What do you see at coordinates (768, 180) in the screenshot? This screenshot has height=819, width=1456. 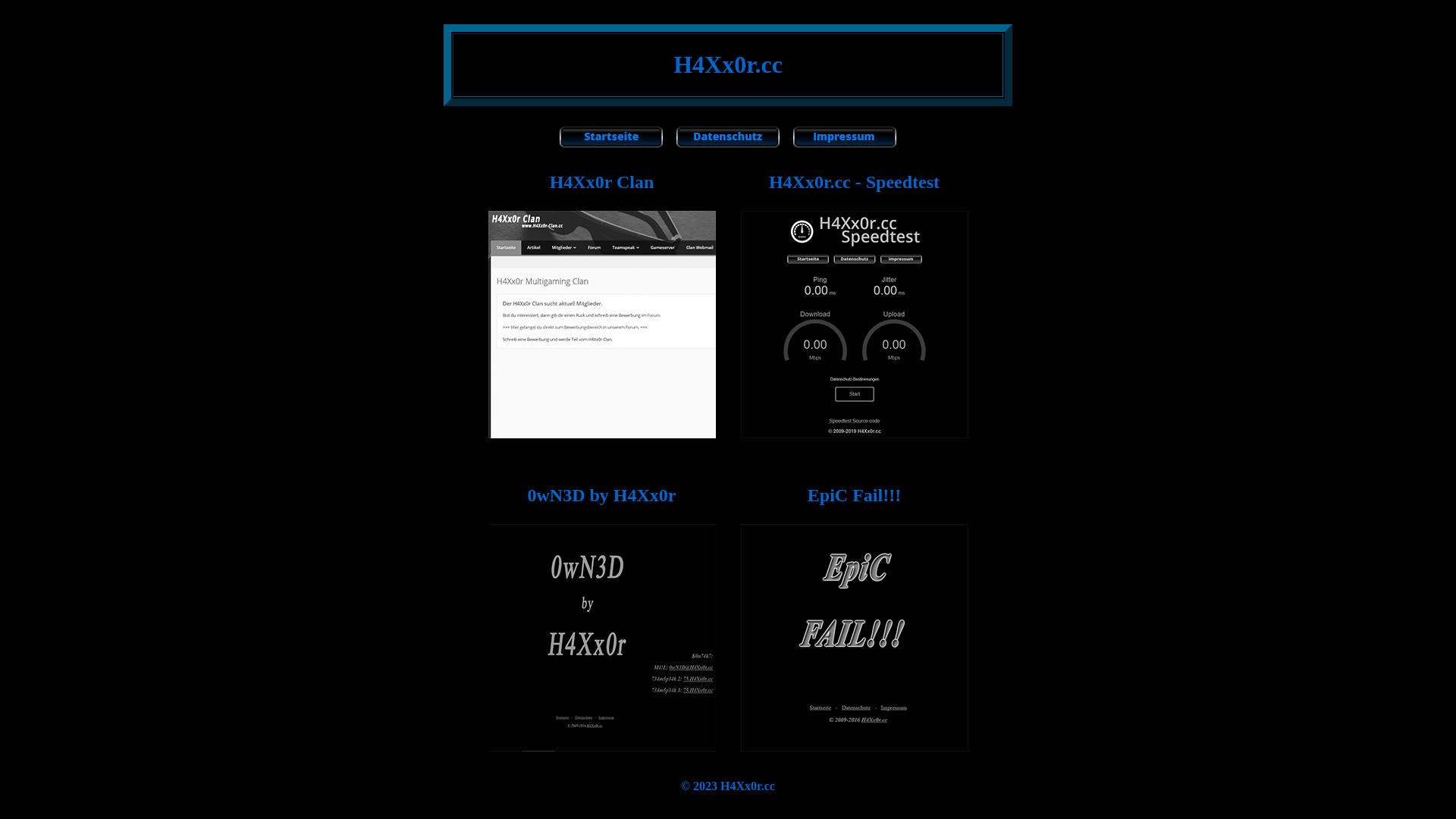 I see `'H4Xx0r.cc - Speedtest'` at bounding box center [768, 180].